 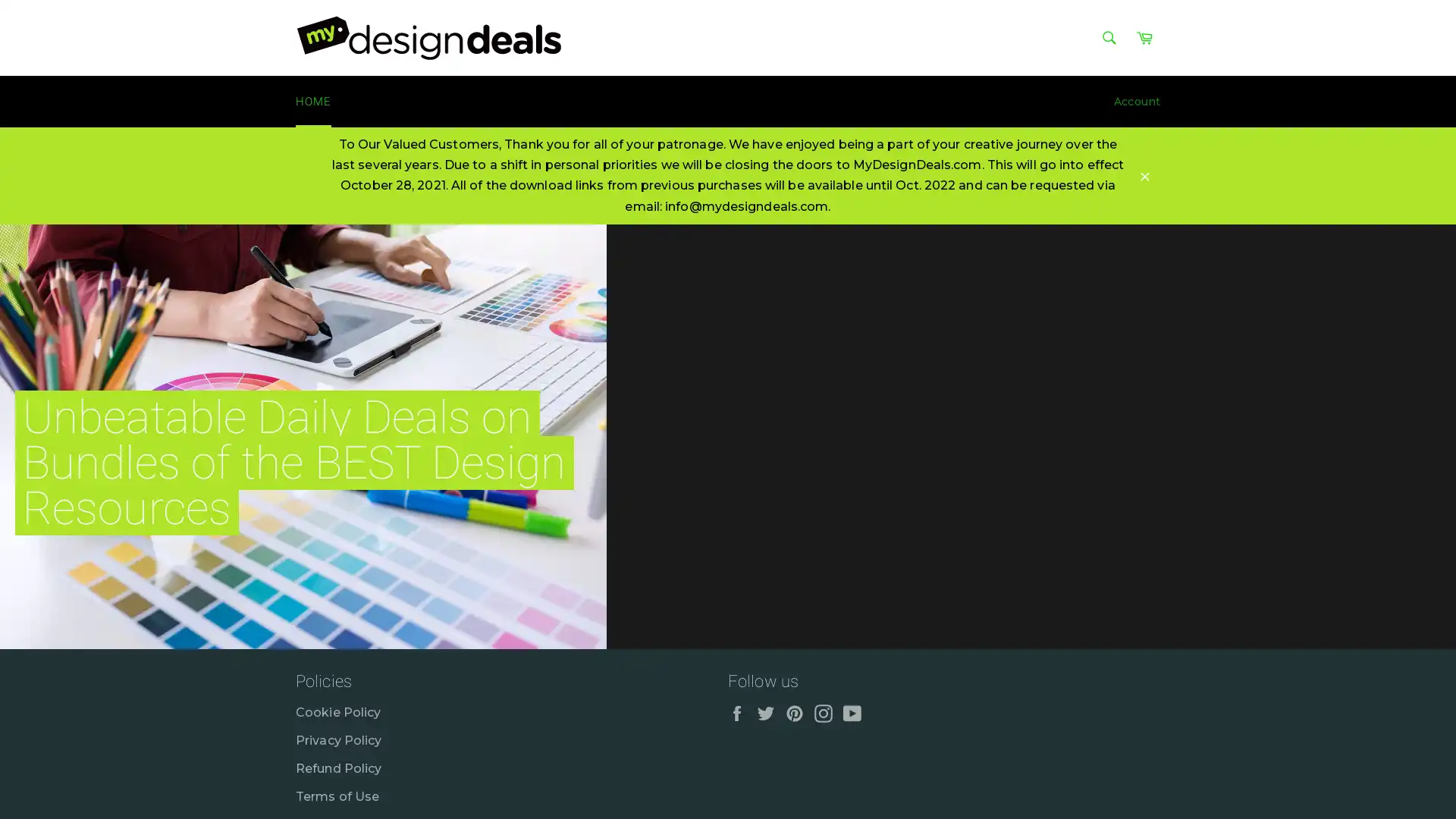 I want to click on 0, so click(x=1425, y=648).